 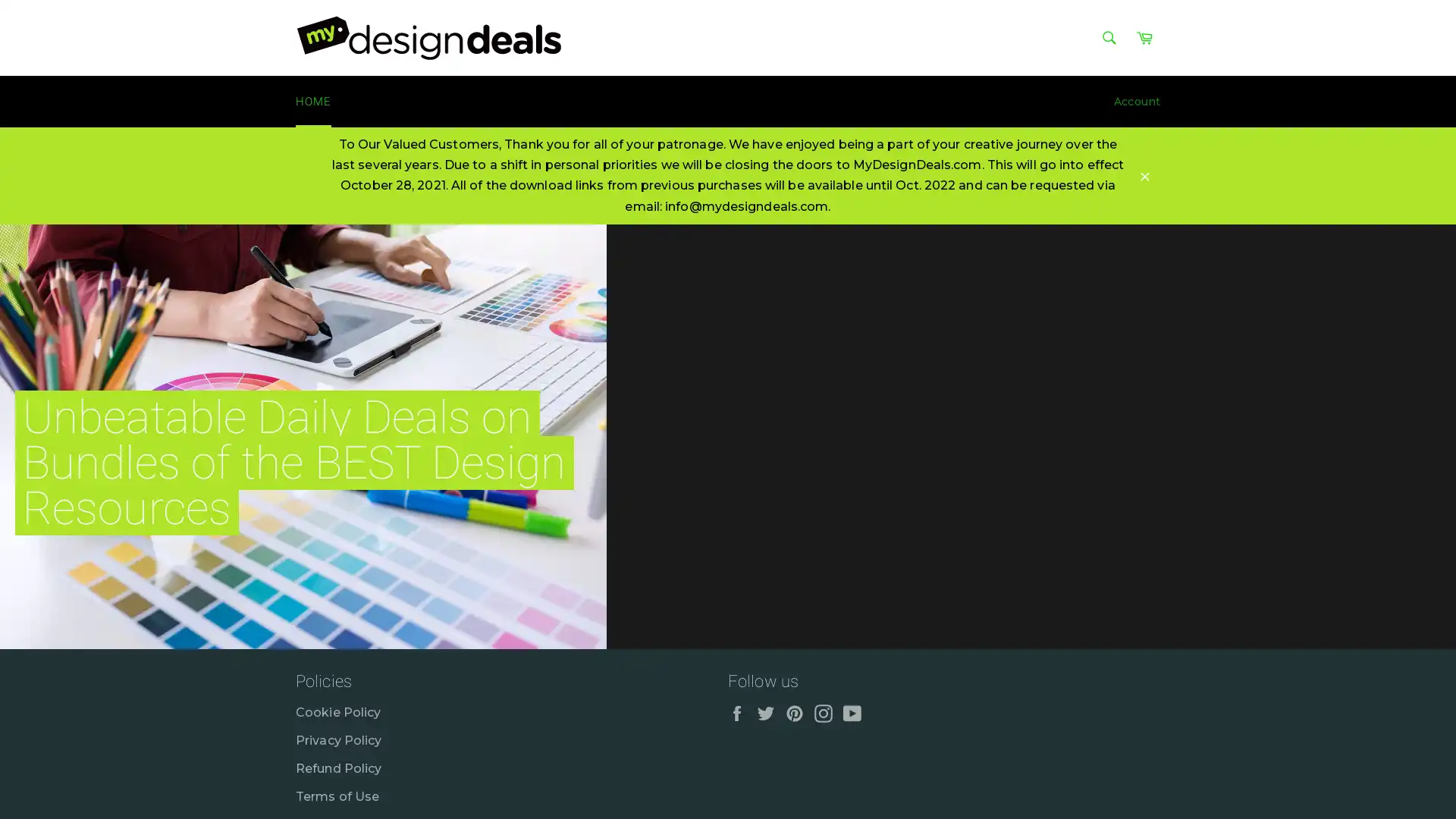 I want to click on 0, so click(x=1425, y=648).